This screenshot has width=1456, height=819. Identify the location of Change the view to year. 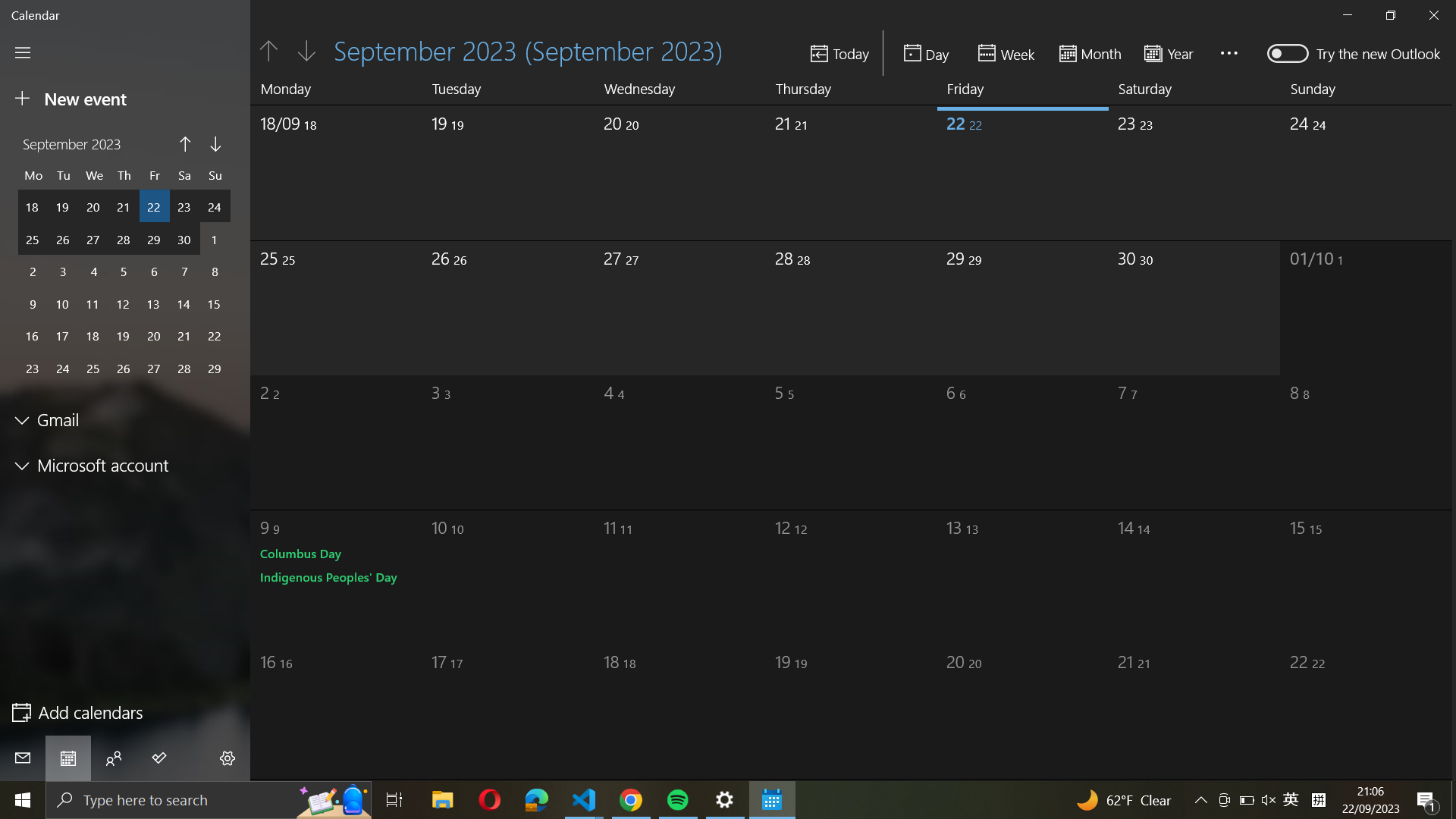
(1173, 52).